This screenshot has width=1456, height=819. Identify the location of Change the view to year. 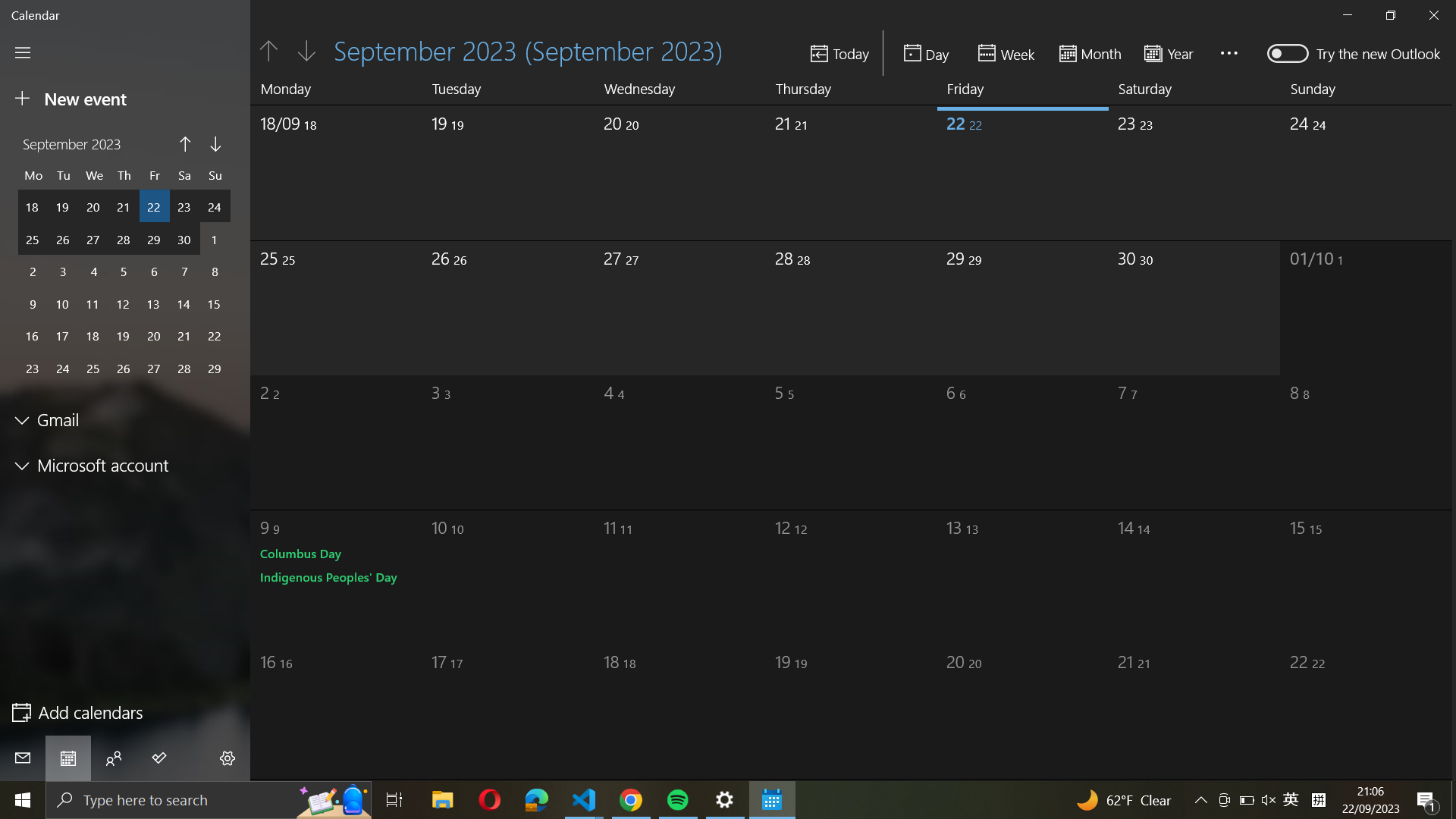
(1173, 52).